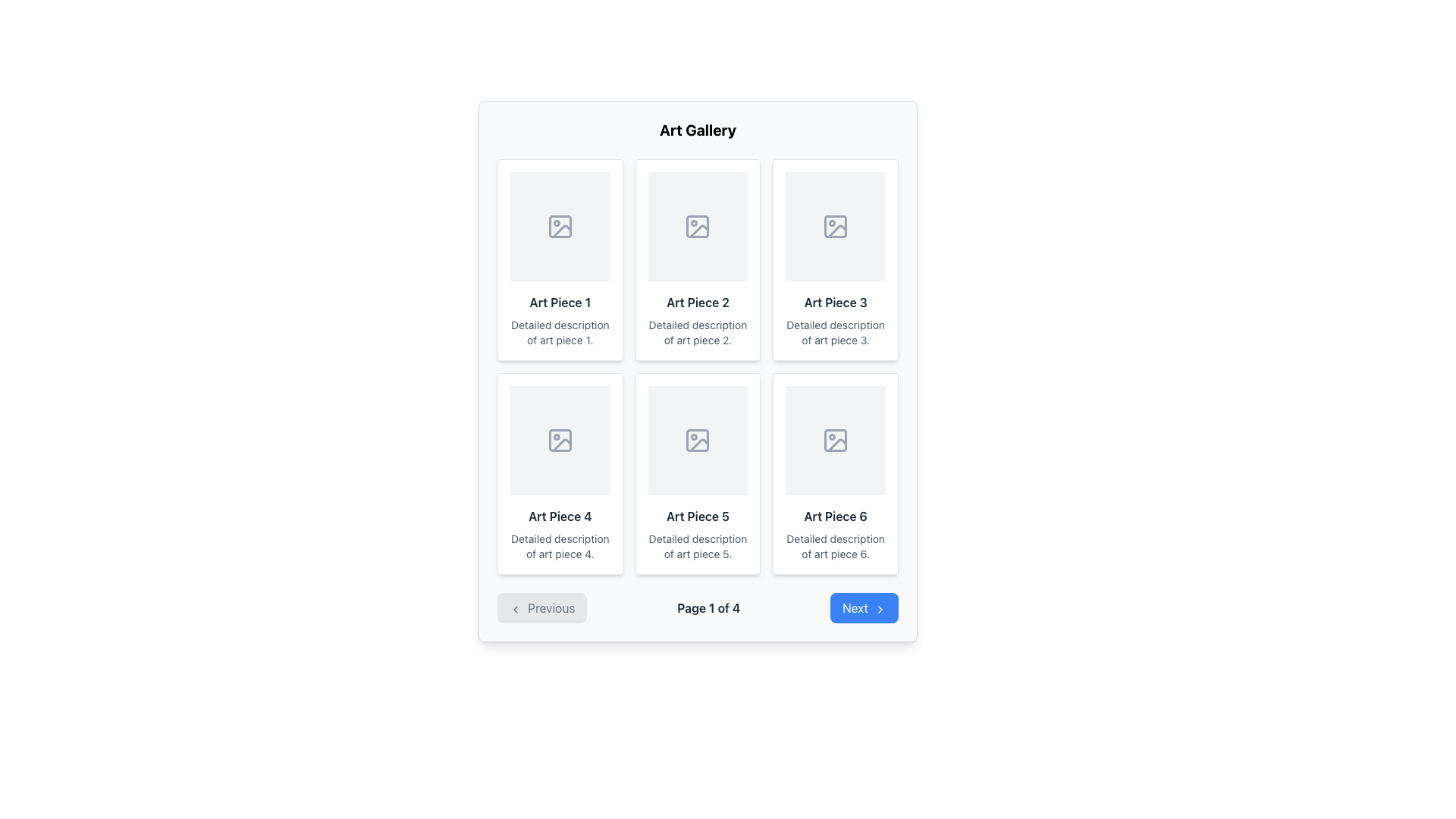 Image resolution: width=1456 pixels, height=819 pixels. I want to click on static text label displaying the title of the art piece located at the bottom-center of the card in the second row and first column of the grid, so click(559, 516).